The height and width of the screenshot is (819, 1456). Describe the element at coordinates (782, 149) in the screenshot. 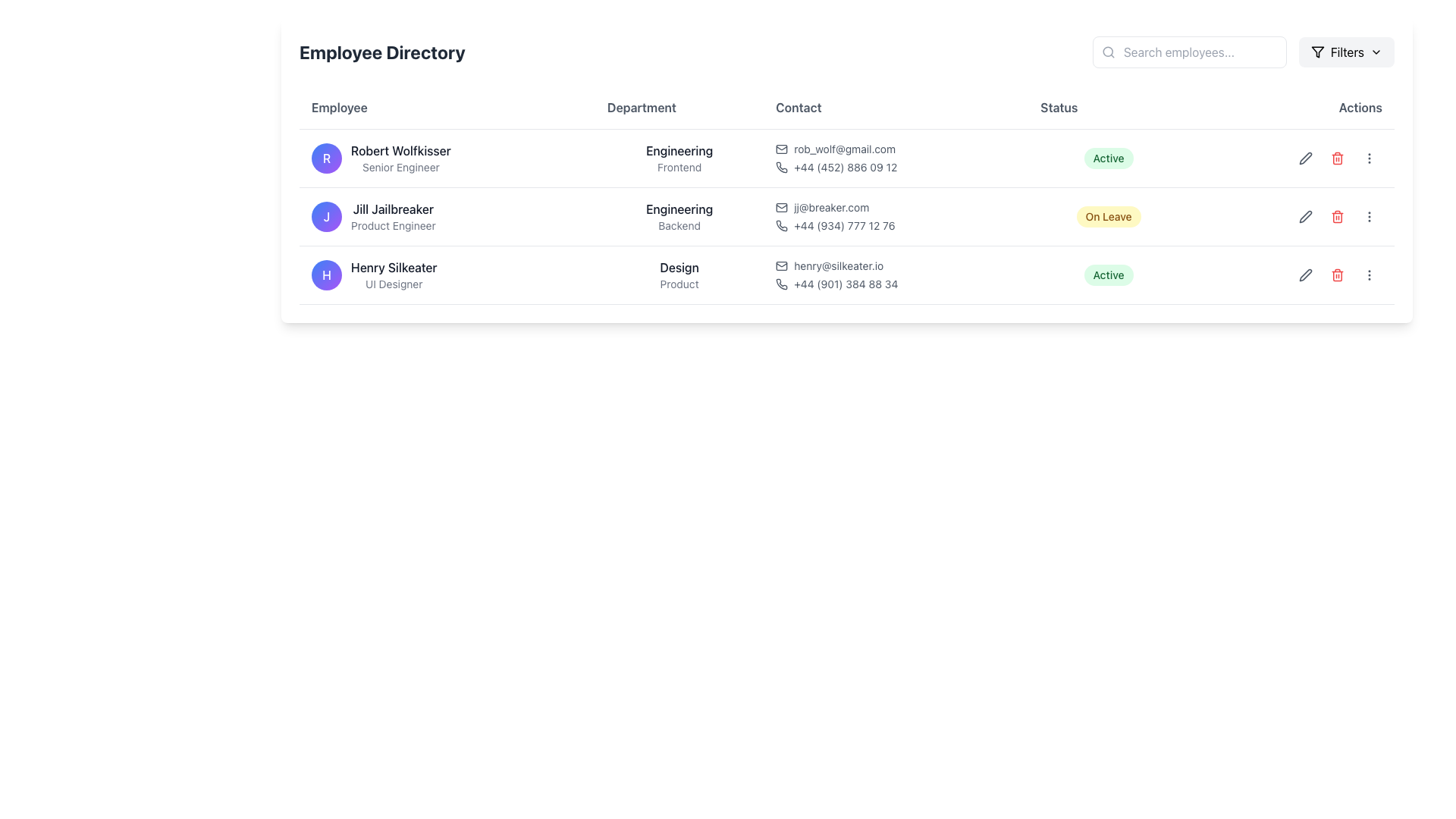

I see `the envelope-shaped SVG icon located to the left of the email address 'rob_wolf@gmail.com' in the 'Contact' column of the first row in the table` at that location.